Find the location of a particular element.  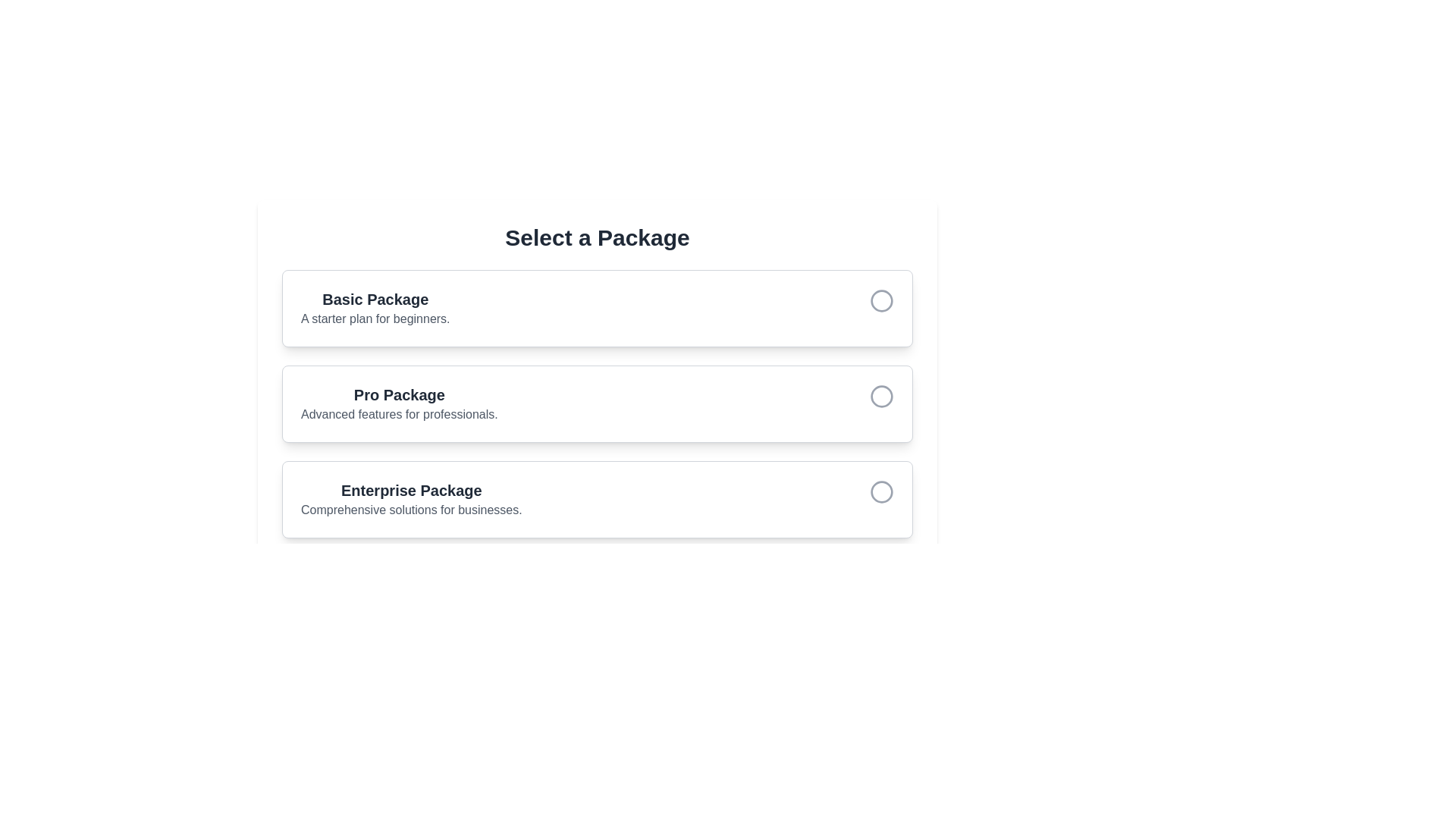

the Circular icon representing the 'Basic Package' option within the SVG element, which is the first option in the list of icons is located at coordinates (881, 301).